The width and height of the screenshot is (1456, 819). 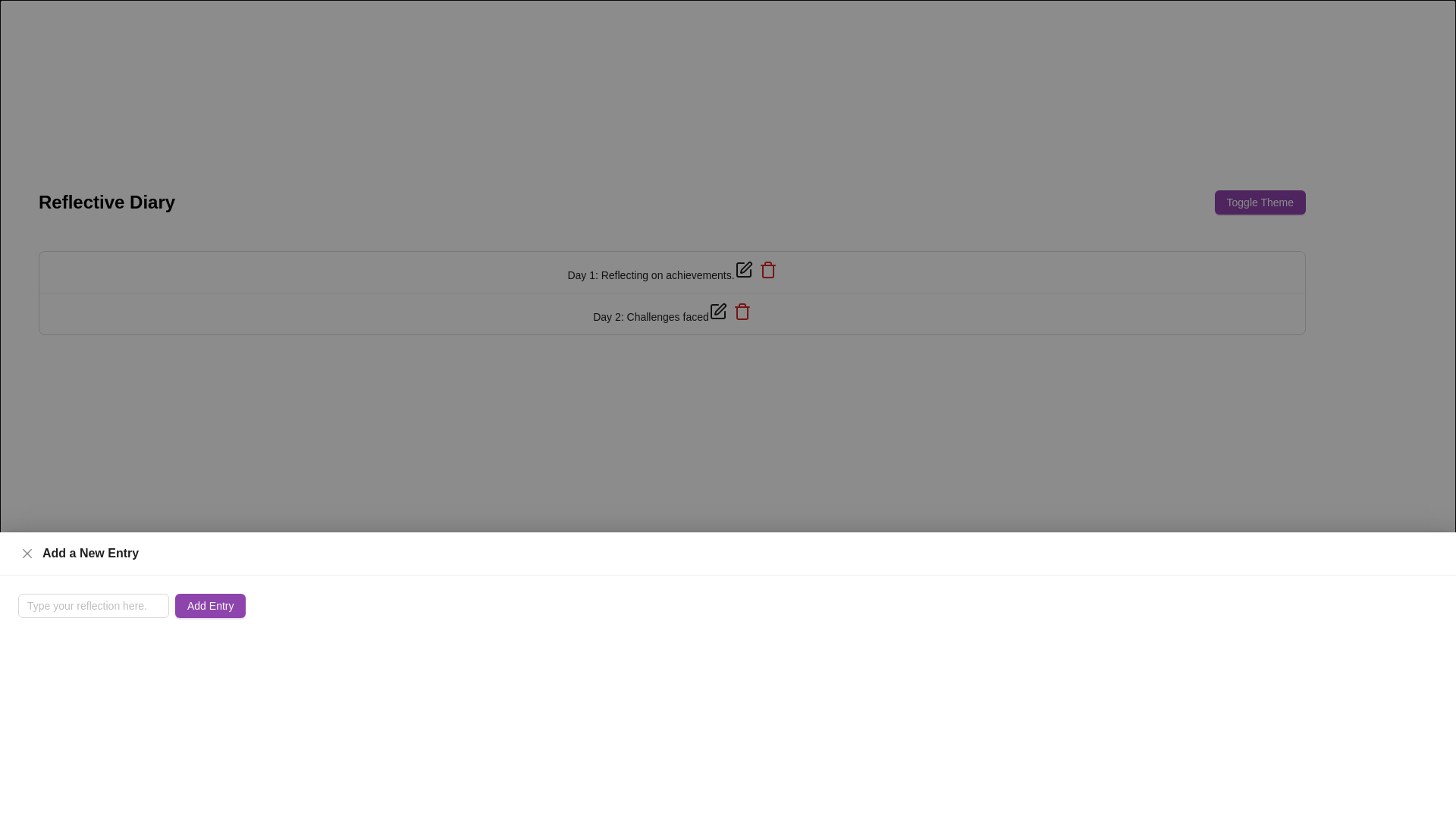 I want to click on the 'Toggle Theme' button located in the upper-right corner of the interface, so click(x=1260, y=201).